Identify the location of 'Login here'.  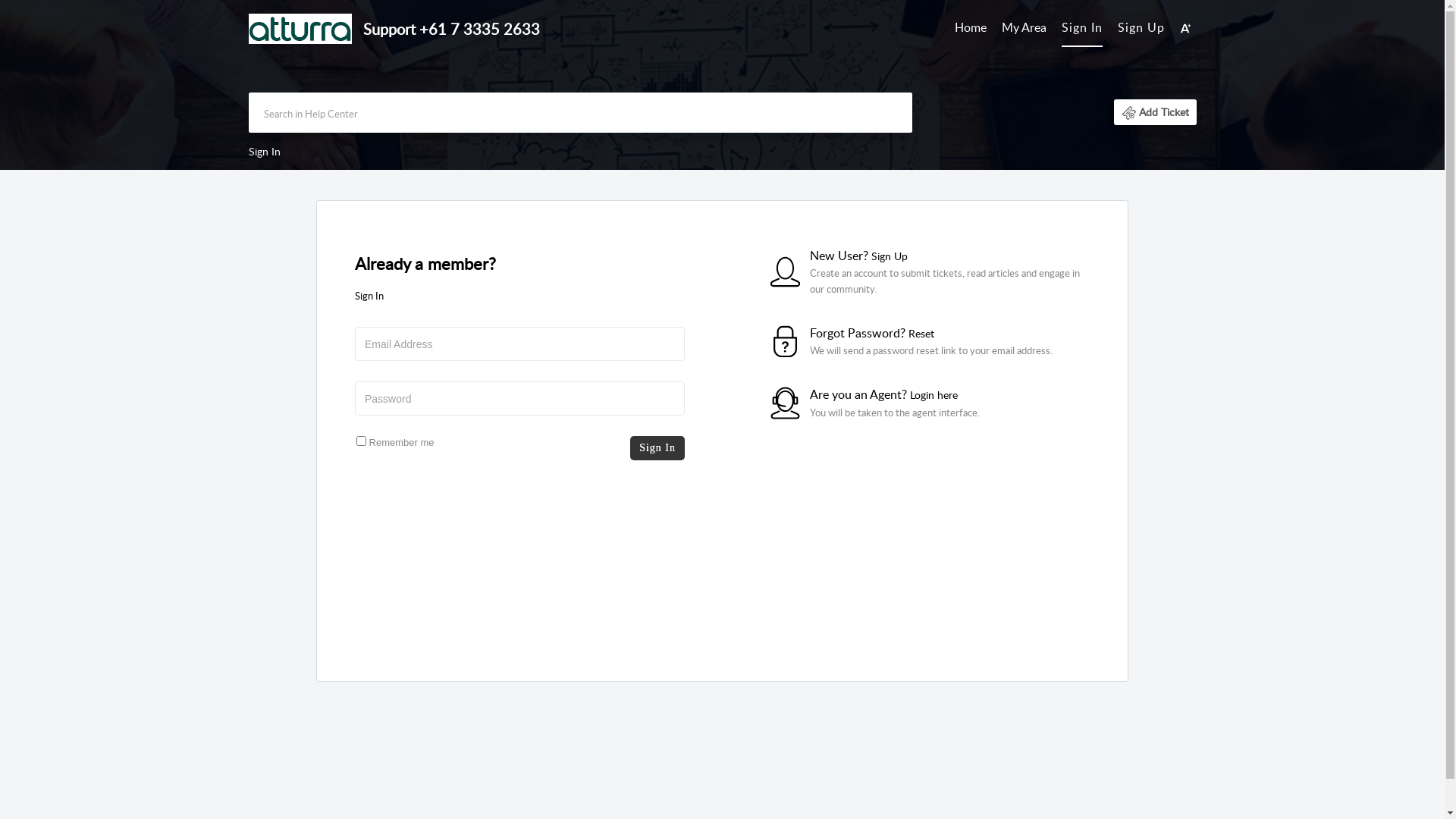
(933, 394).